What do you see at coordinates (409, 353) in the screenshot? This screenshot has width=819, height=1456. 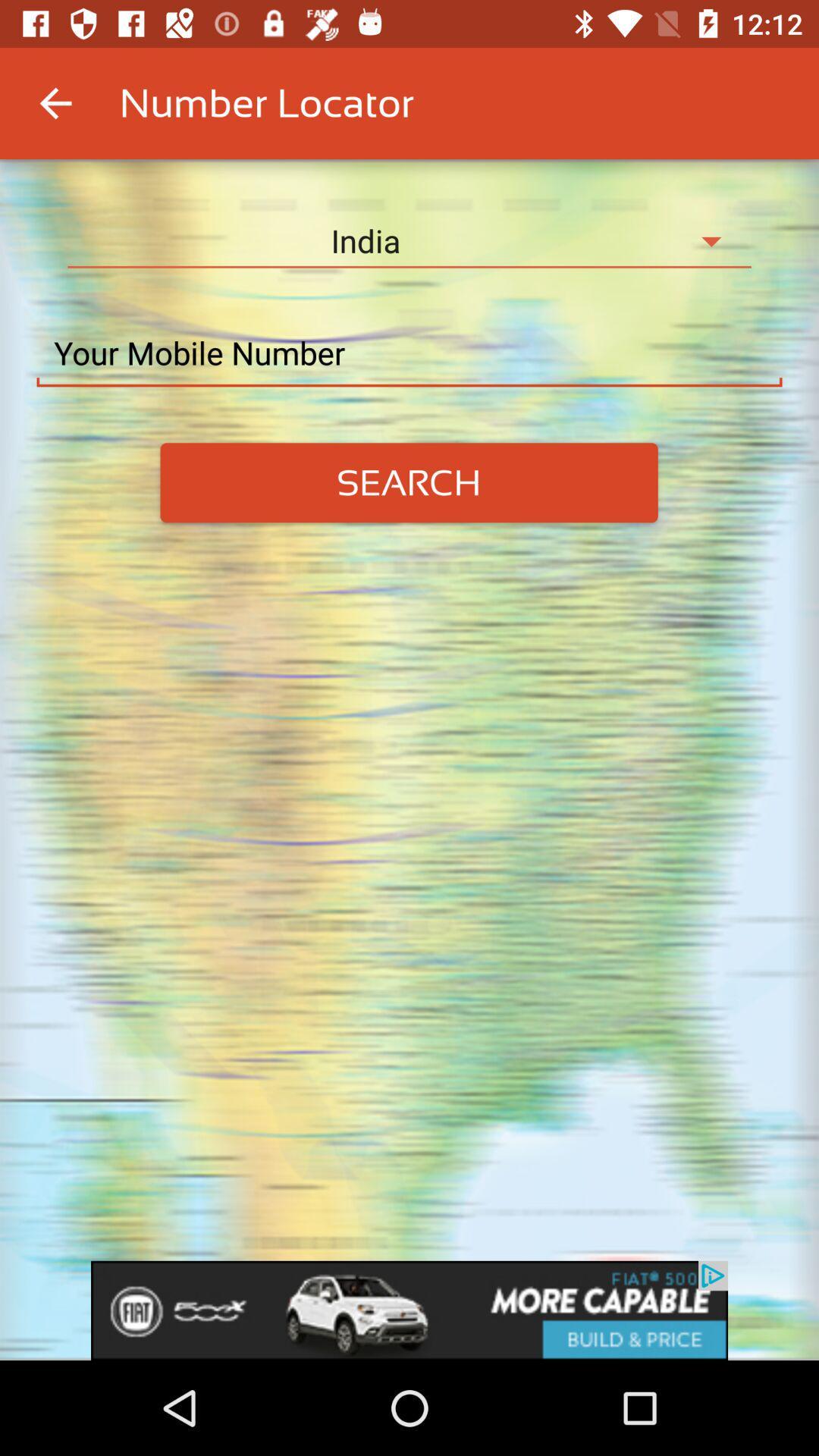 I see `your mobile number` at bounding box center [409, 353].